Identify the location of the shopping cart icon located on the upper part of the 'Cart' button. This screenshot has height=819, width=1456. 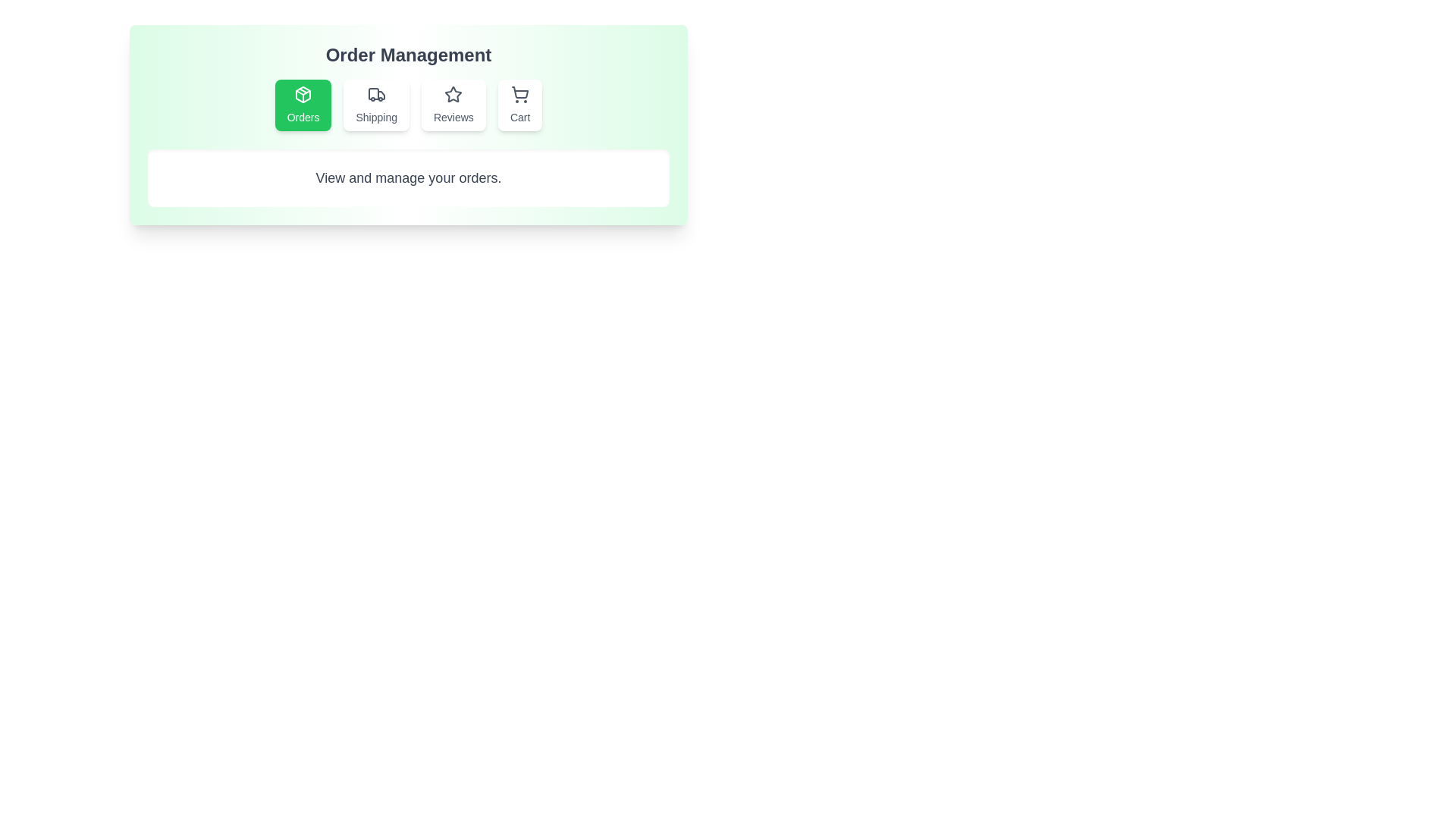
(520, 94).